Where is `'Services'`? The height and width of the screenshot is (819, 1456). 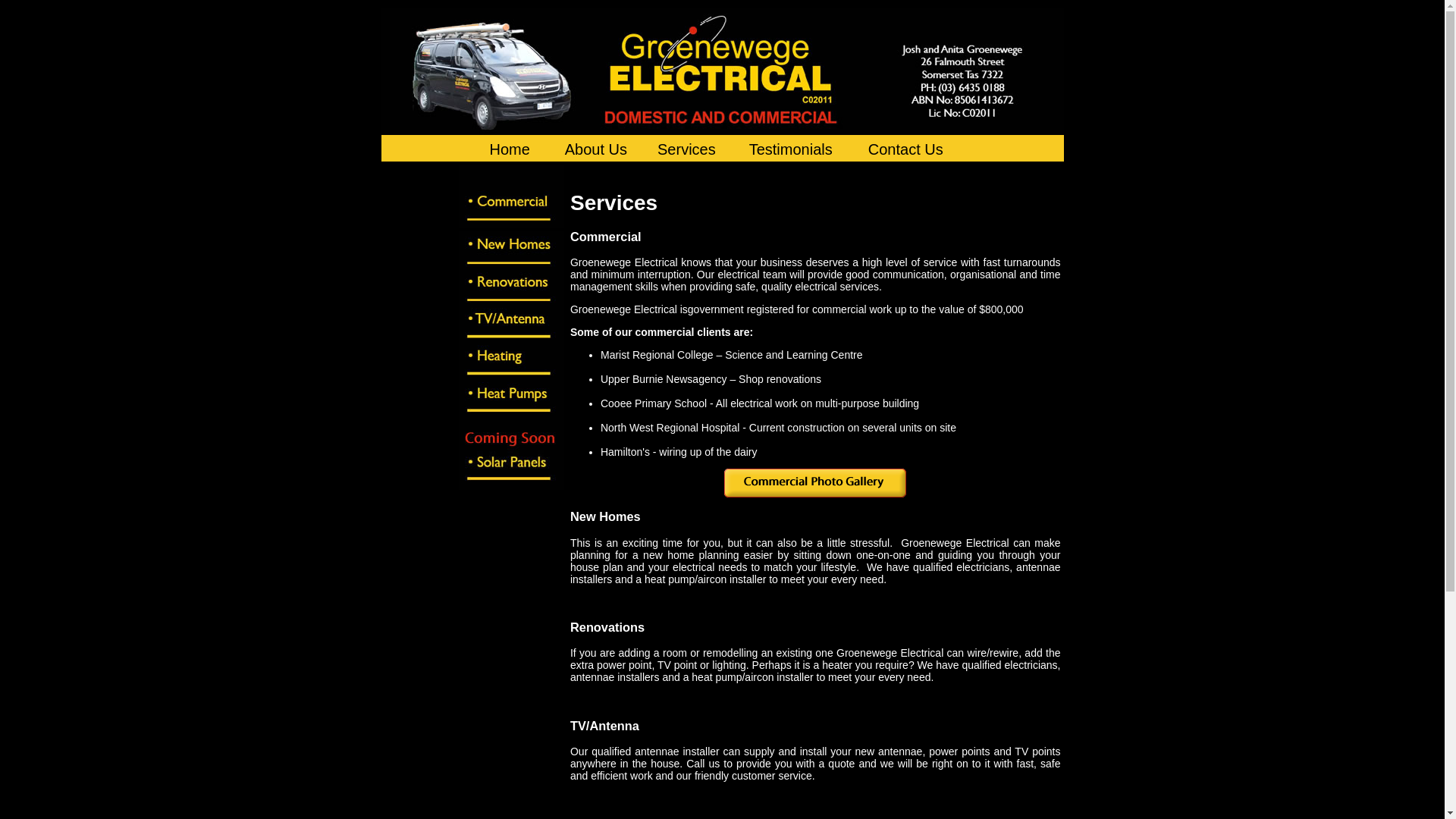 'Services' is located at coordinates (657, 149).